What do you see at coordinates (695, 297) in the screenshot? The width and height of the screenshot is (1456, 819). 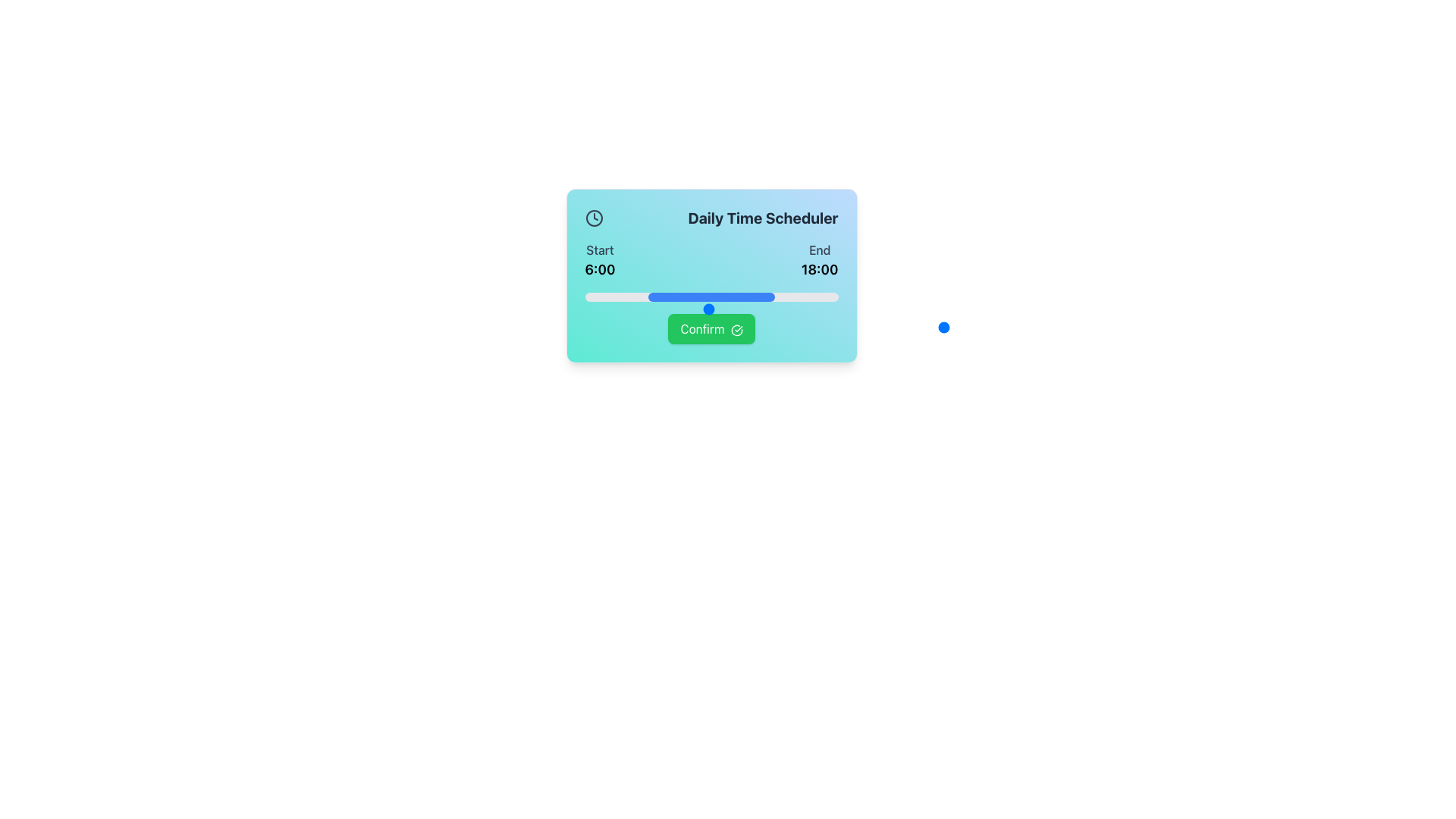 I see `the slider` at bounding box center [695, 297].